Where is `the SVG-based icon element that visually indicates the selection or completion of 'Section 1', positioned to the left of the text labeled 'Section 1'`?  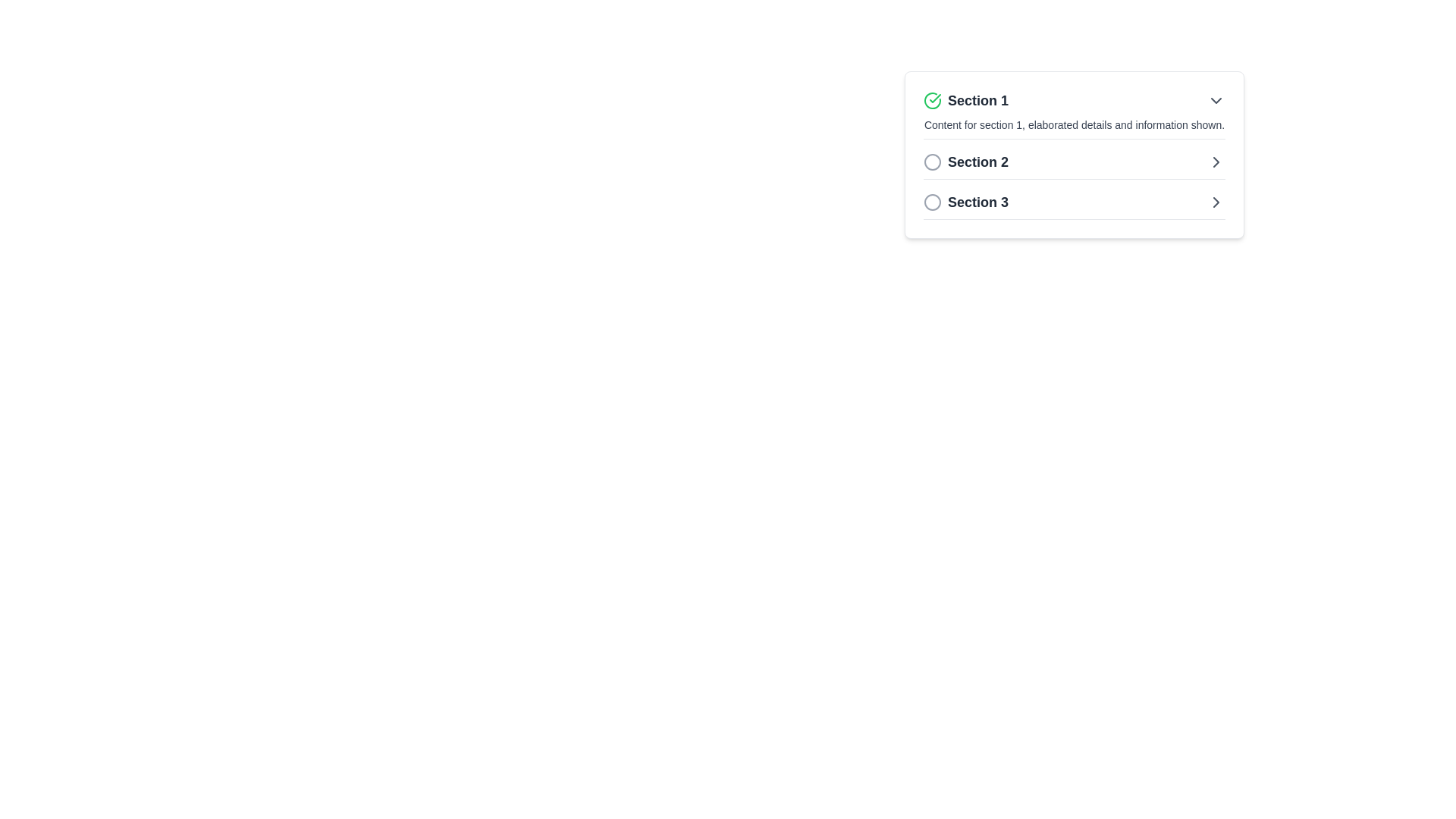 the SVG-based icon element that visually indicates the selection or completion of 'Section 1', positioned to the left of the text labeled 'Section 1' is located at coordinates (931, 100).